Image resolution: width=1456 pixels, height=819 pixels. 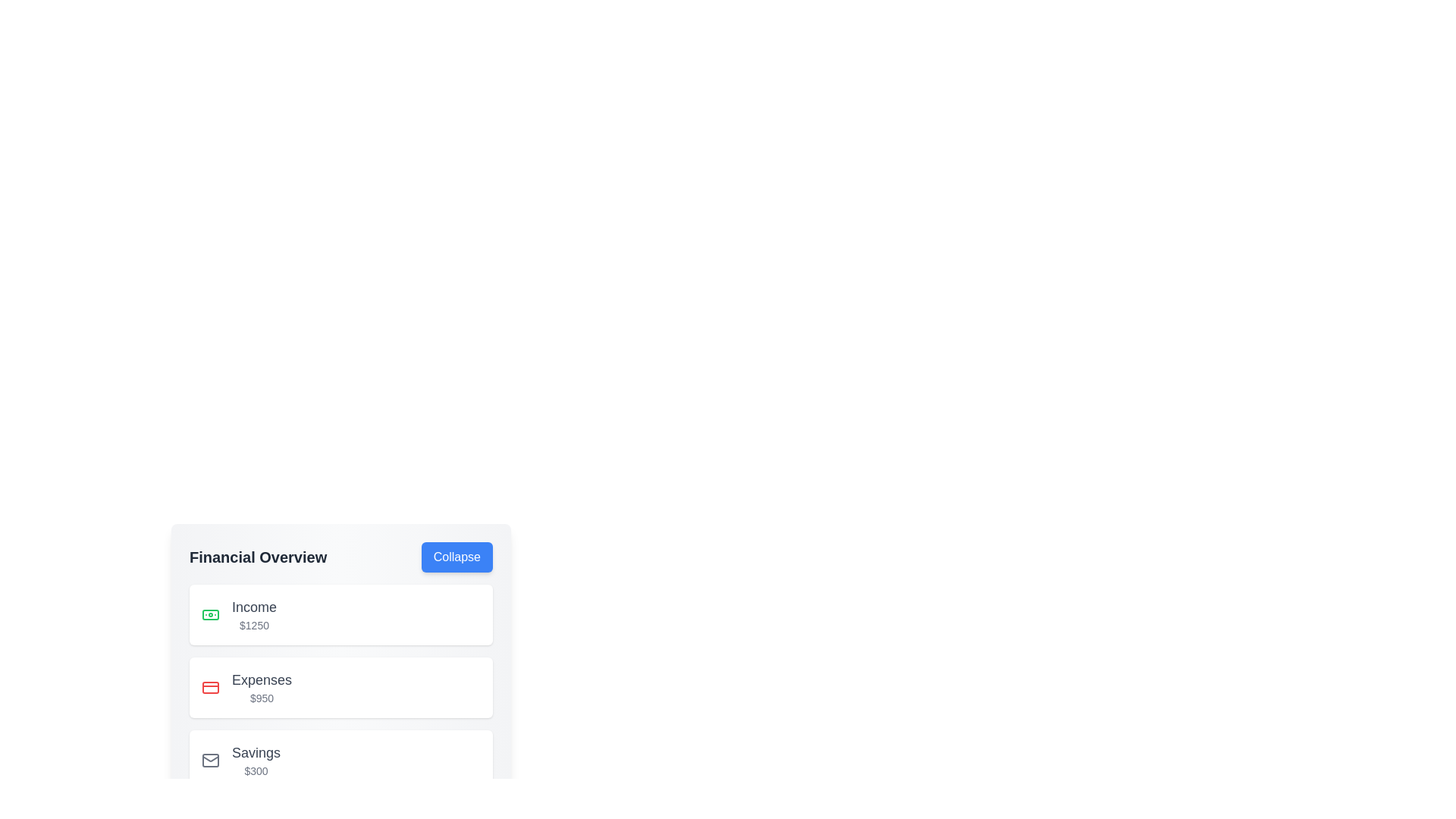 I want to click on the second Content card in the Financial Overview section that displays an overview of expense information, so click(x=340, y=687).